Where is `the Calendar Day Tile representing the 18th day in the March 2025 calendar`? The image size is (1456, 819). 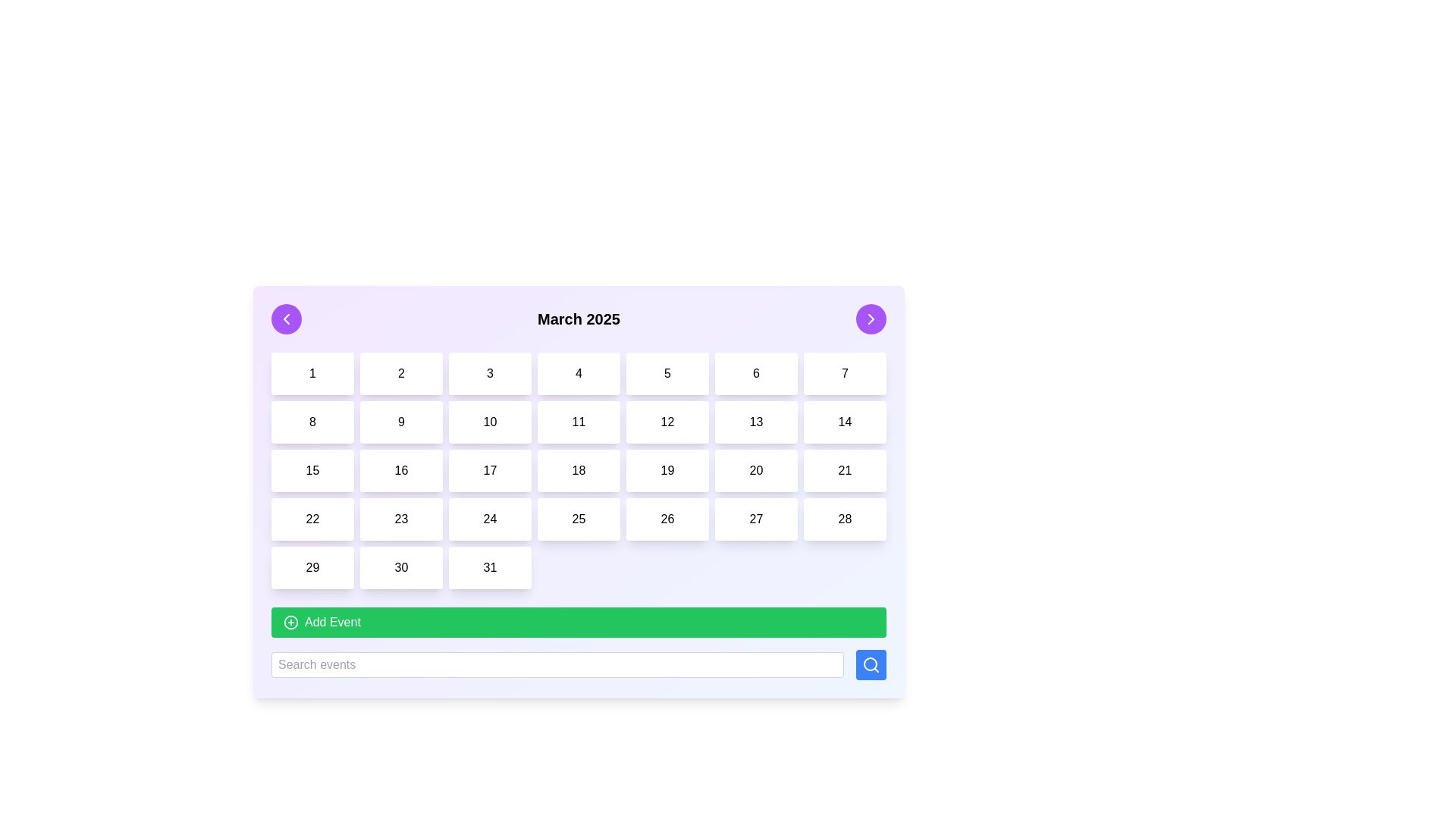
the Calendar Day Tile representing the 18th day in the March 2025 calendar is located at coordinates (578, 470).